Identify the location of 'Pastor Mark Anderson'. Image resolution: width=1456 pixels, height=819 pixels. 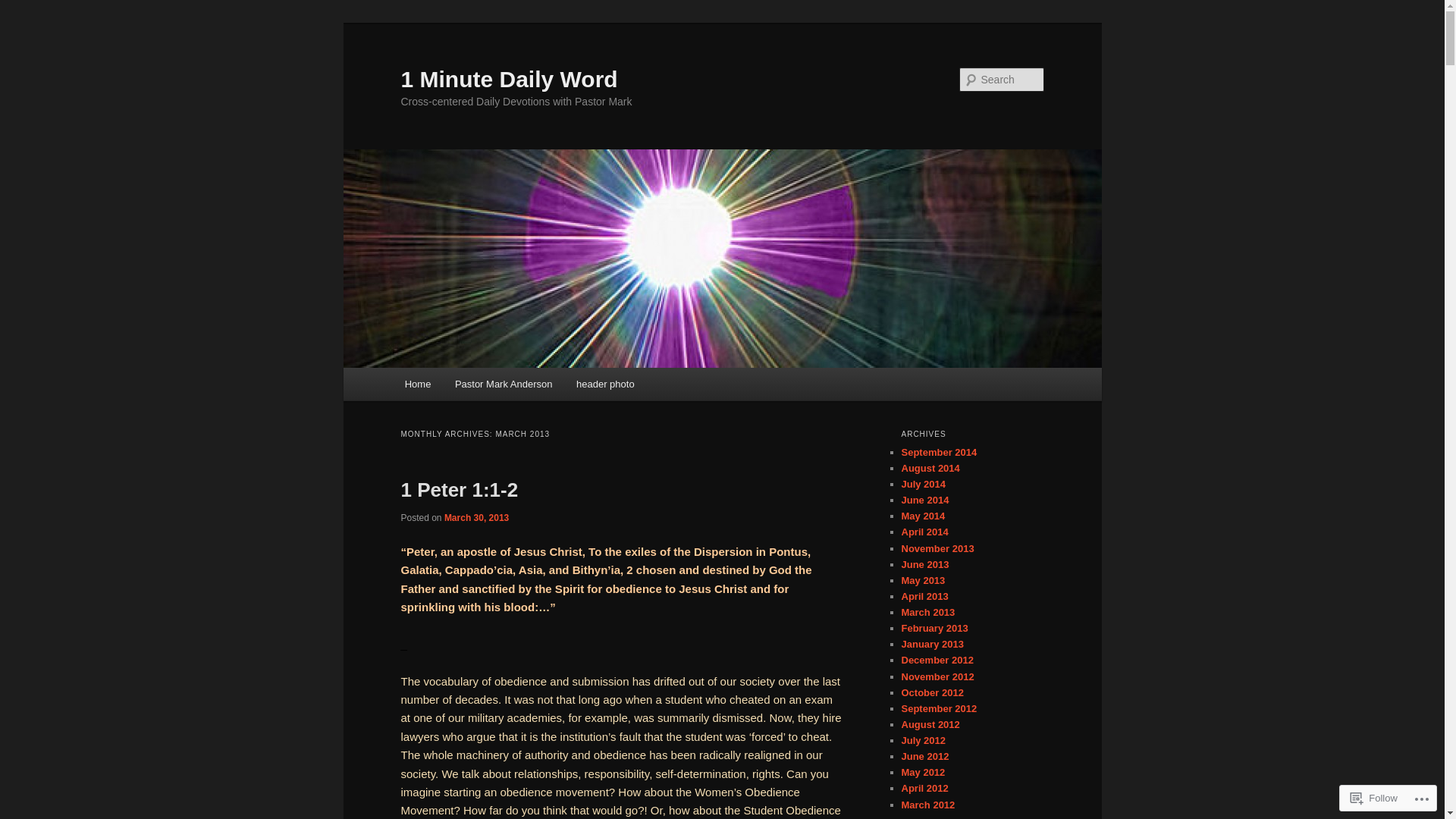
(503, 383).